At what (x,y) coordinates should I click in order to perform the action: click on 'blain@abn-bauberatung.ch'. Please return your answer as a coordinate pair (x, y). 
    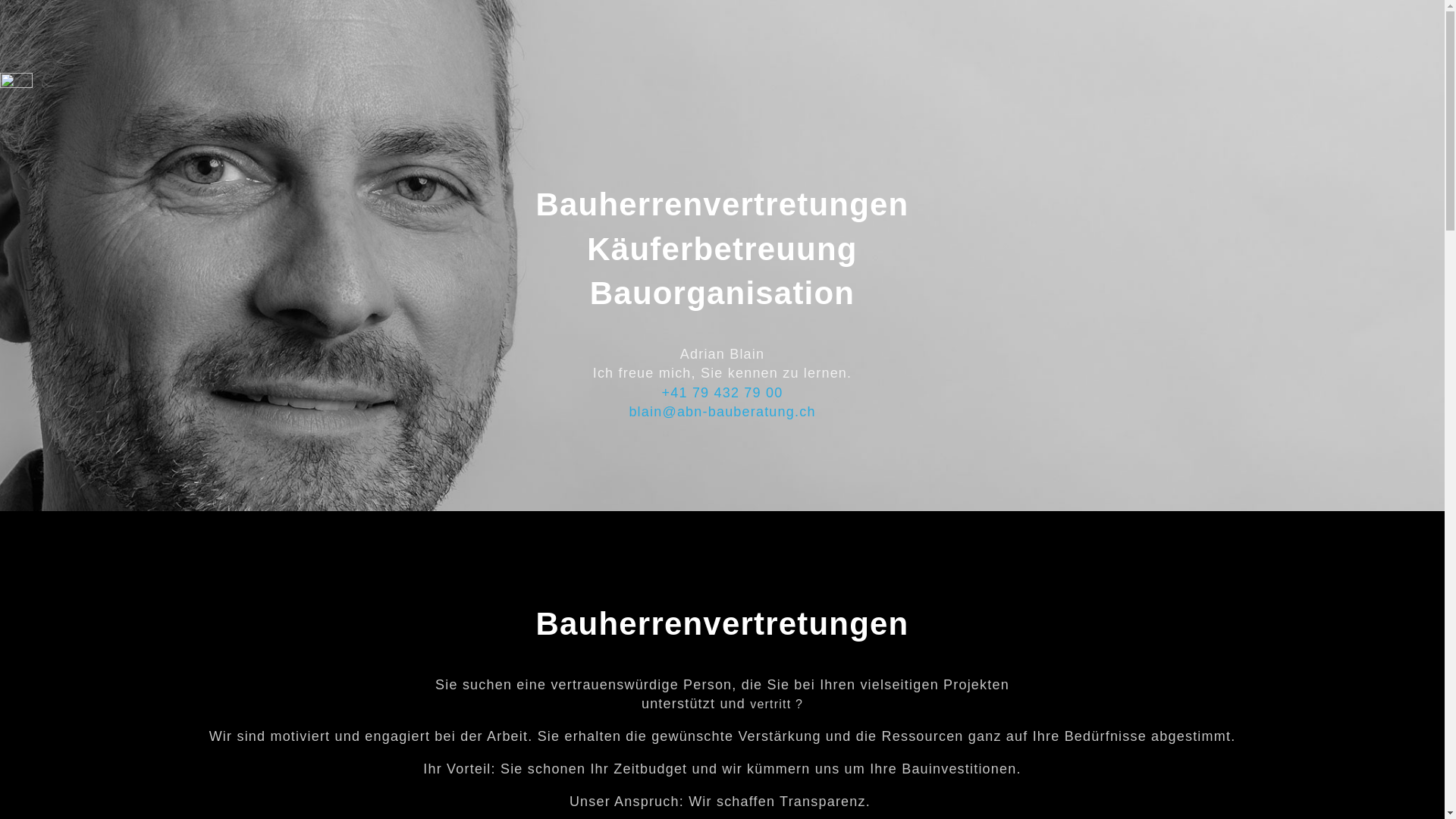
    Looking at the image, I should click on (720, 412).